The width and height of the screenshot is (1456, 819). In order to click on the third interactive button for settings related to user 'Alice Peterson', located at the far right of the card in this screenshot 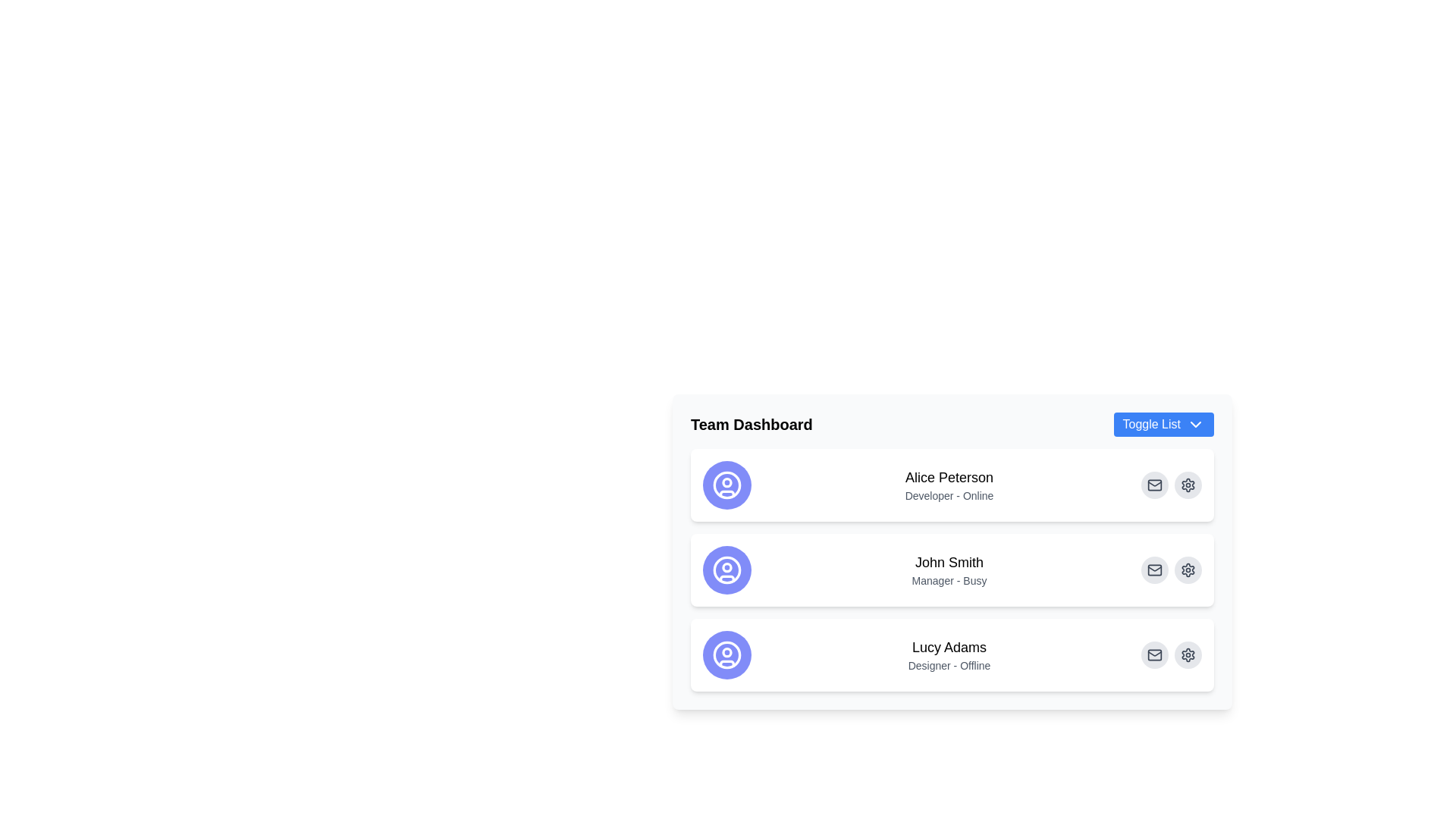, I will do `click(1187, 485)`.